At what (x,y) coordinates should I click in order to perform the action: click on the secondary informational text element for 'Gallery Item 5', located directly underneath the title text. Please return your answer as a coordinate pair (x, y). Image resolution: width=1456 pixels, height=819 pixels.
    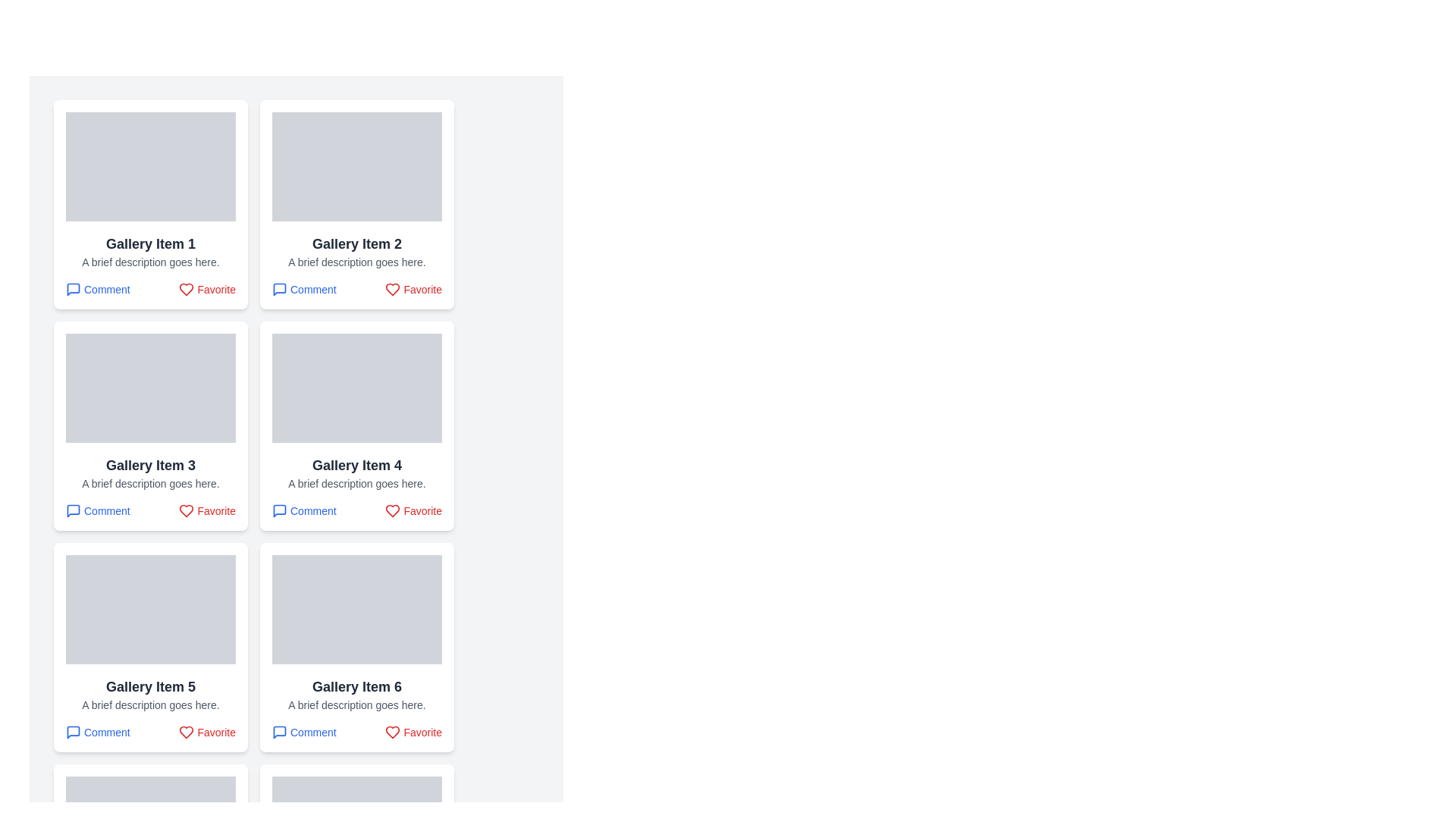
    Looking at the image, I should click on (150, 704).